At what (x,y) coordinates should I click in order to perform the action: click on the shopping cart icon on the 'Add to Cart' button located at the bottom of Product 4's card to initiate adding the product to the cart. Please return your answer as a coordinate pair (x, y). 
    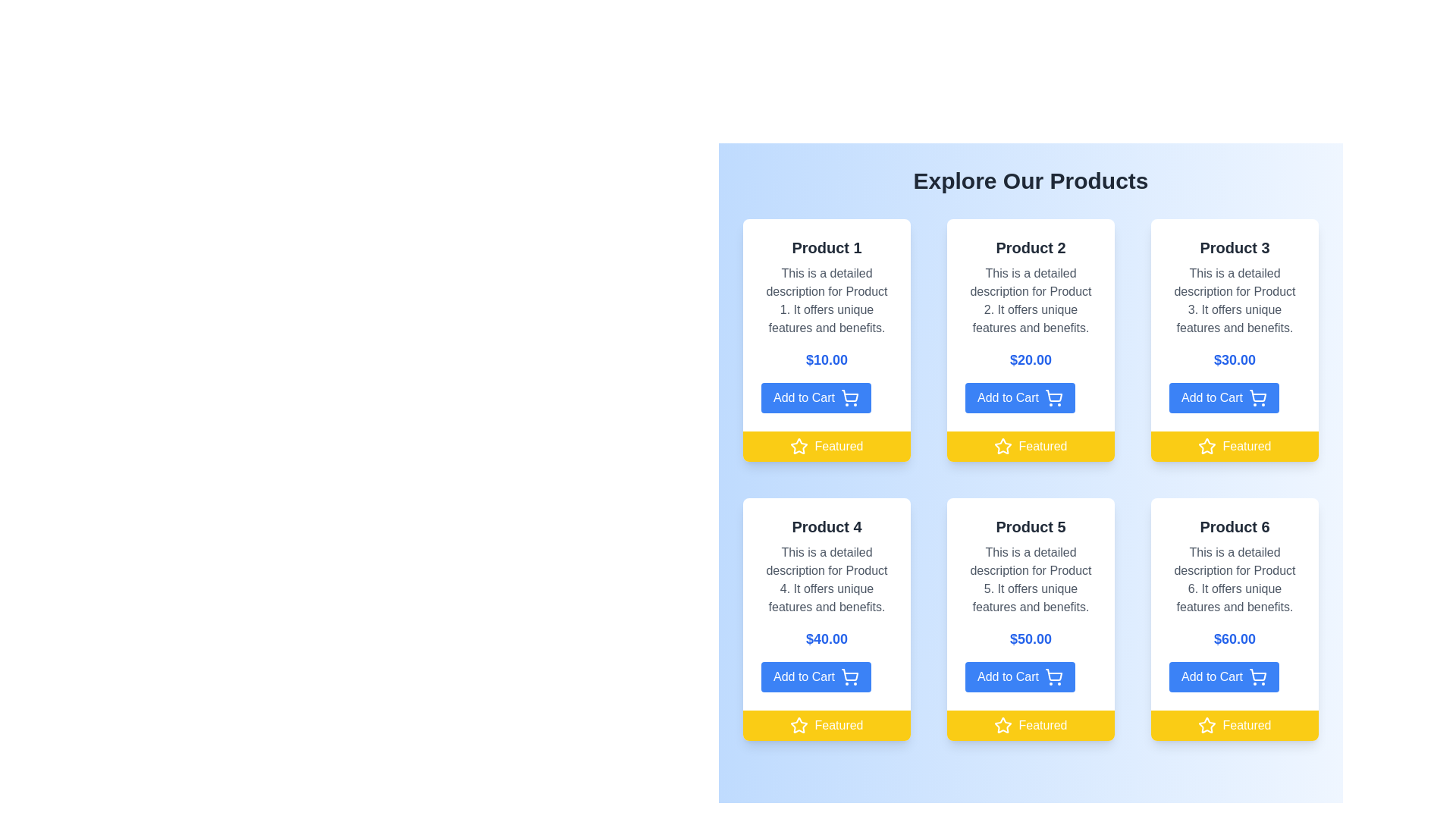
    Looking at the image, I should click on (850, 674).